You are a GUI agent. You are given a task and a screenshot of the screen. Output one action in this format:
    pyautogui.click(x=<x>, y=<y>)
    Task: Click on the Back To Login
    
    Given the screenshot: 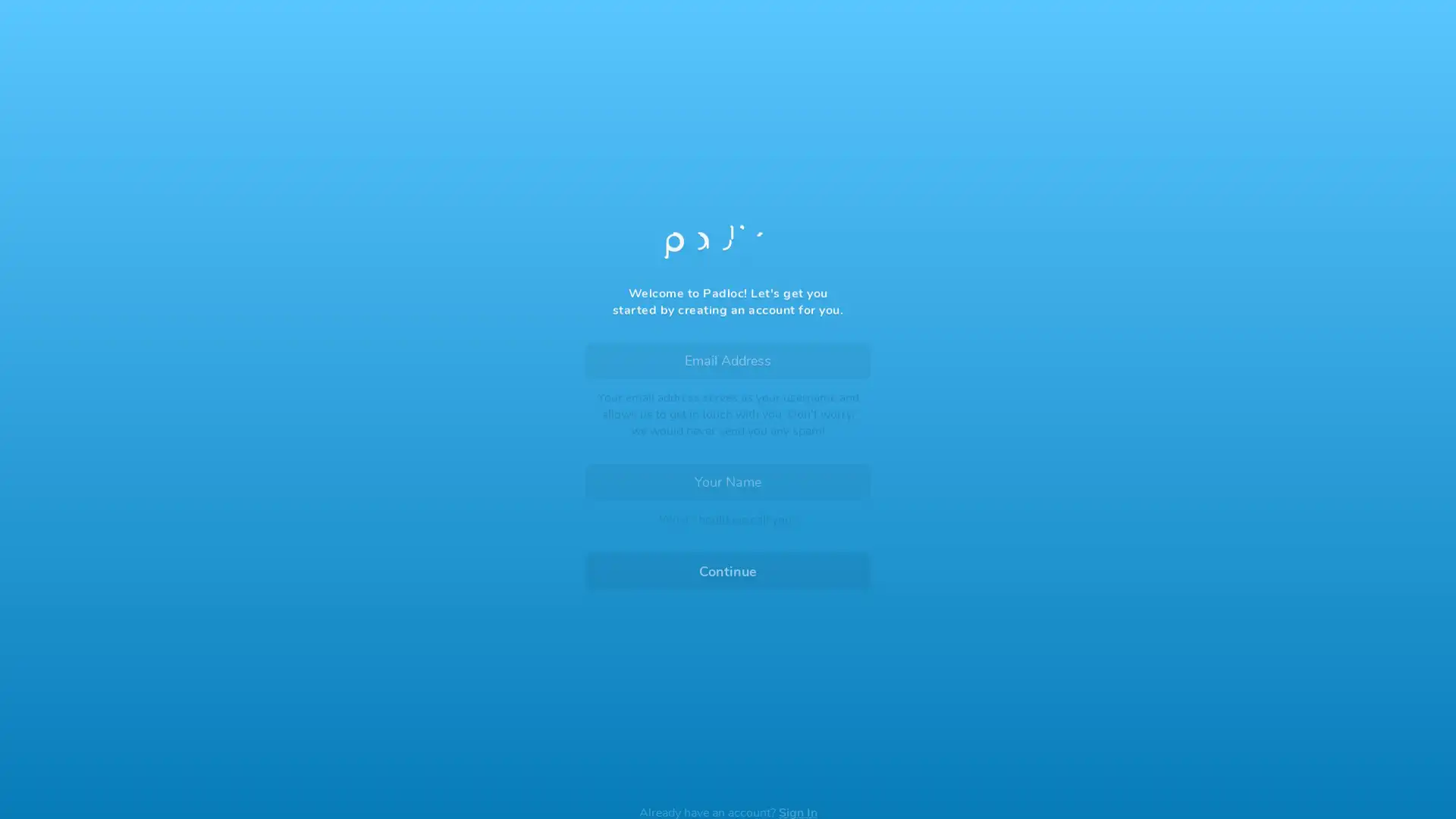 What is the action you would take?
    pyautogui.click(x=640, y=111)
    